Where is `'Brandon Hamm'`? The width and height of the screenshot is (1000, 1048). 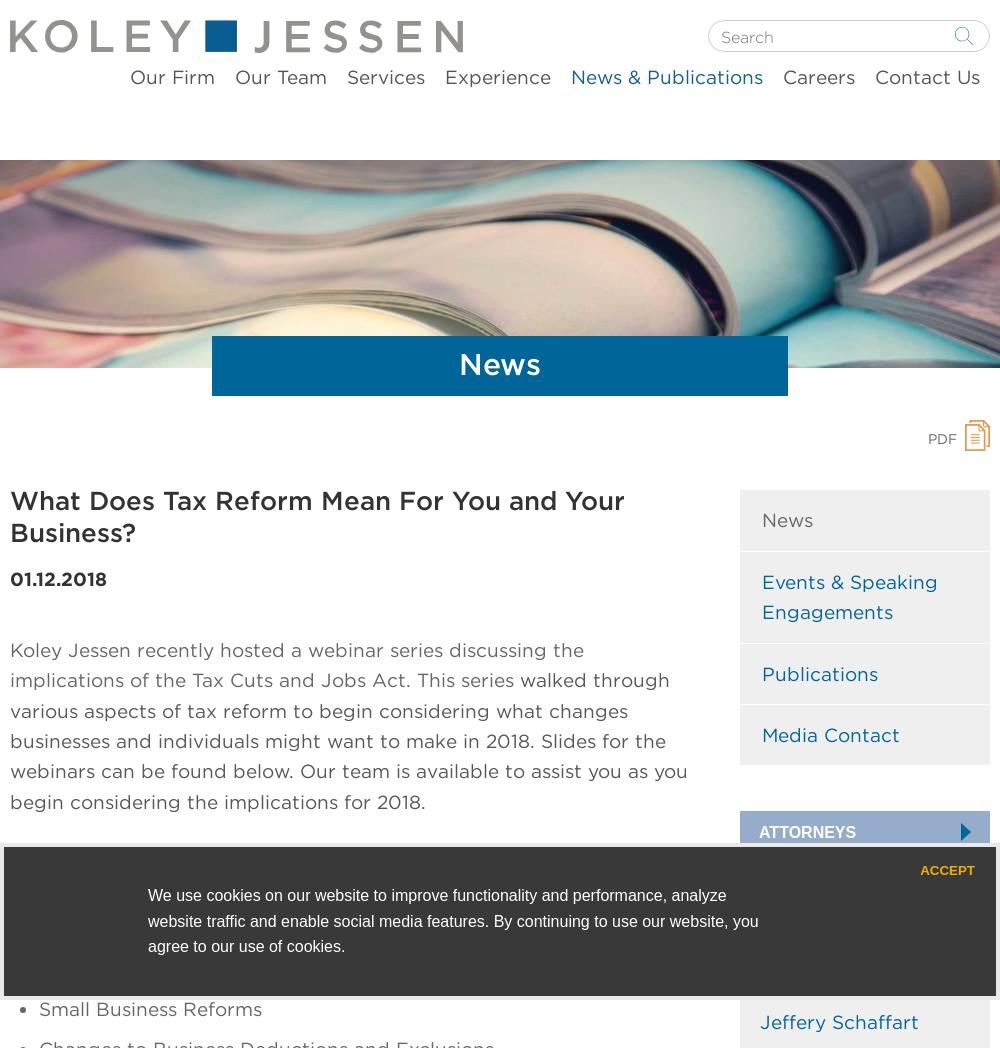 'Brandon Hamm' is located at coordinates (760, 935).